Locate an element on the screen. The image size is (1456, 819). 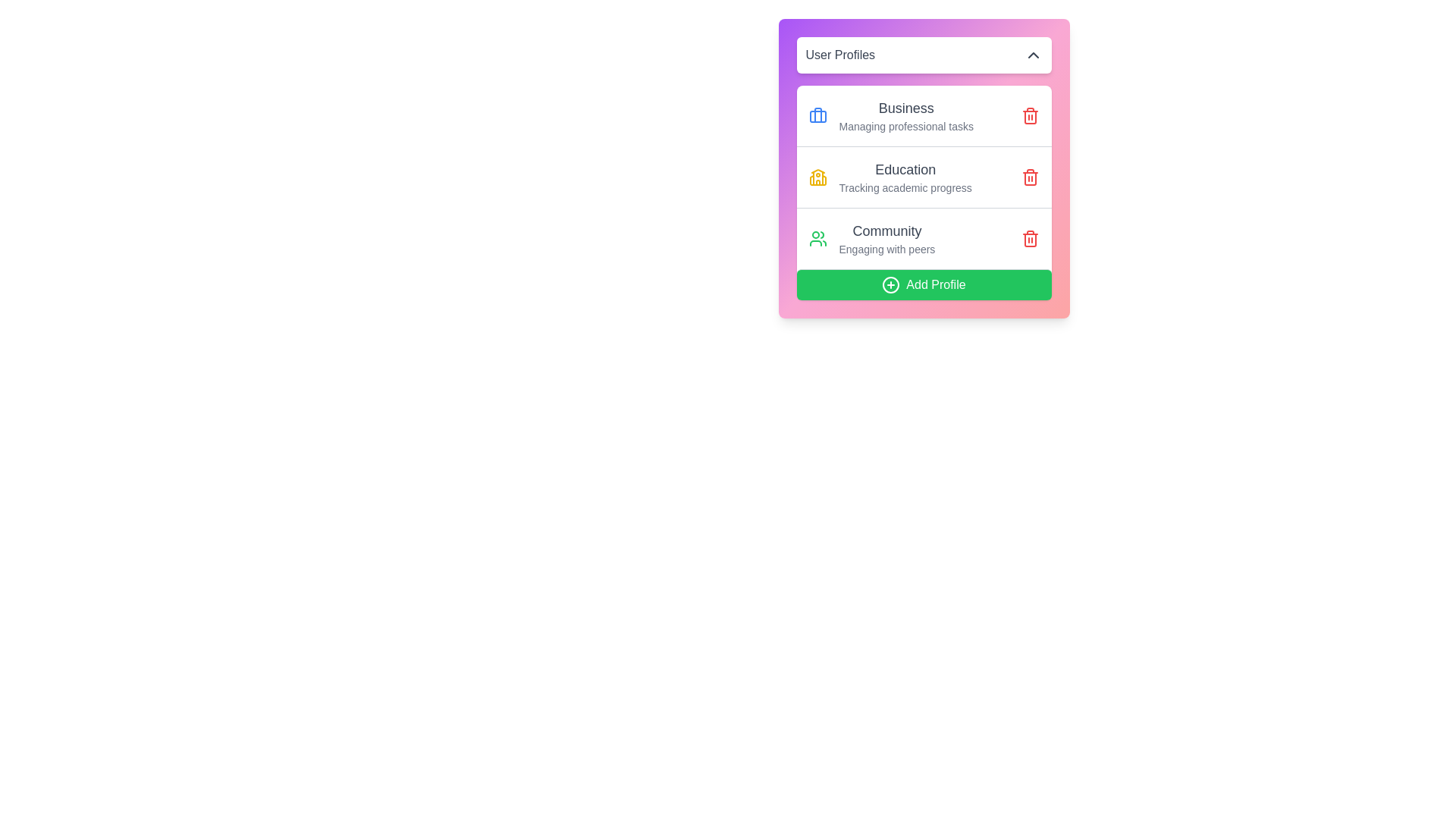
the 'Business' profile type icon, which is located to the left of the 'Business' text and above the description 'Managing professional tasks.' It is the first icon in the list on the modal is located at coordinates (817, 115).